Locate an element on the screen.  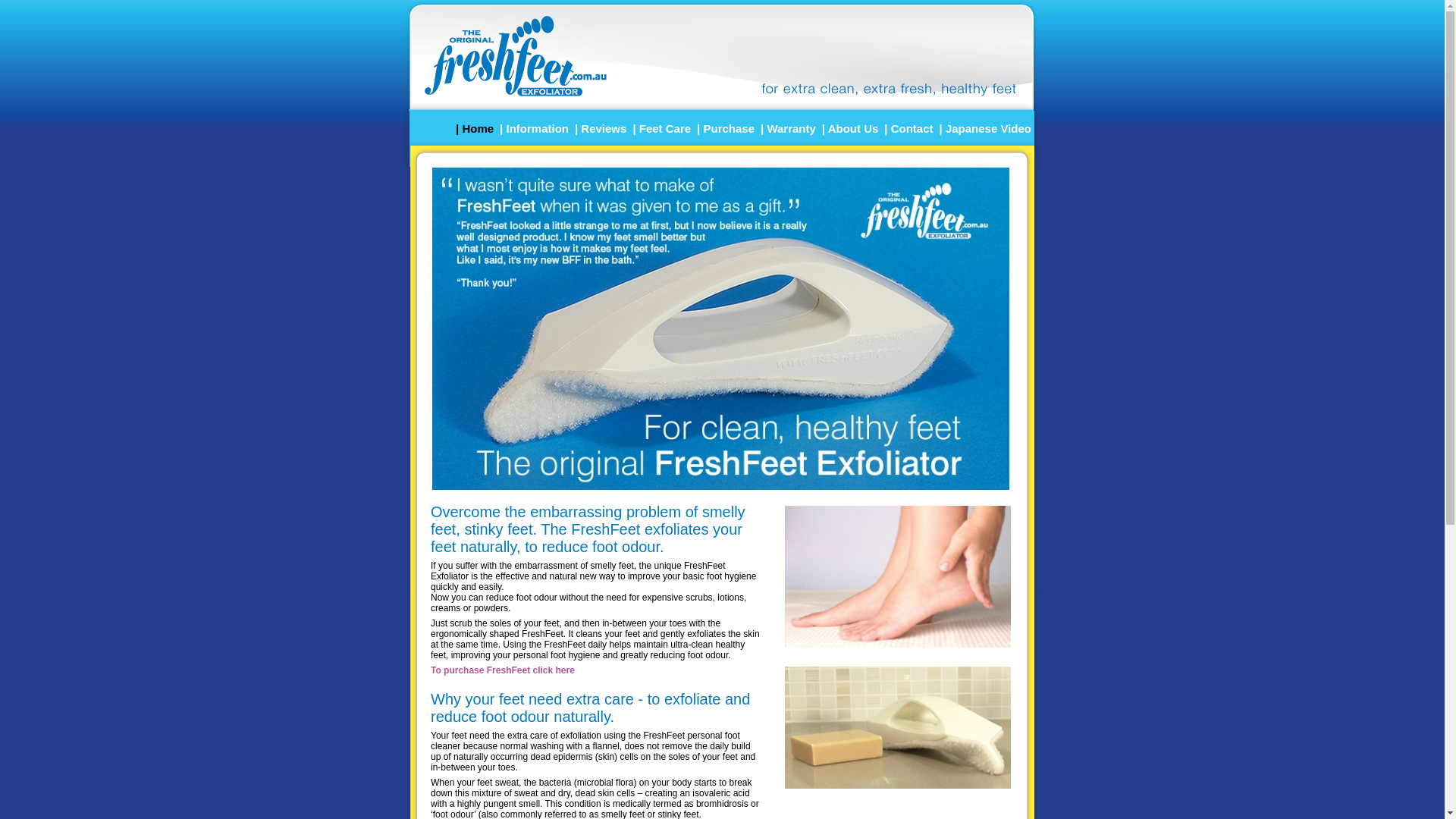
'To purchase FreshFeet click here' is located at coordinates (502, 669).